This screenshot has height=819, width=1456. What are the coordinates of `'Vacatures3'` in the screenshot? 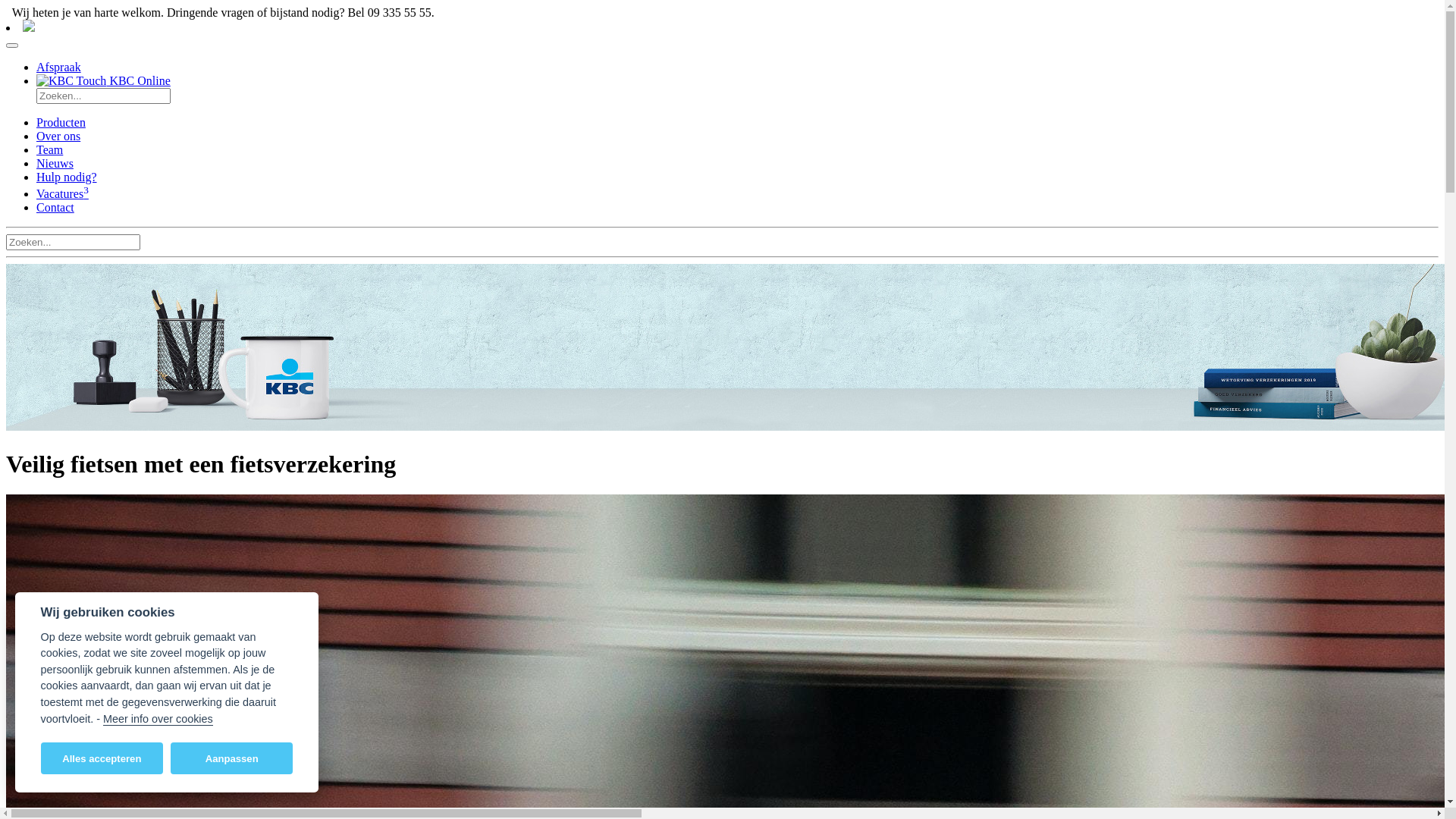 It's located at (61, 193).